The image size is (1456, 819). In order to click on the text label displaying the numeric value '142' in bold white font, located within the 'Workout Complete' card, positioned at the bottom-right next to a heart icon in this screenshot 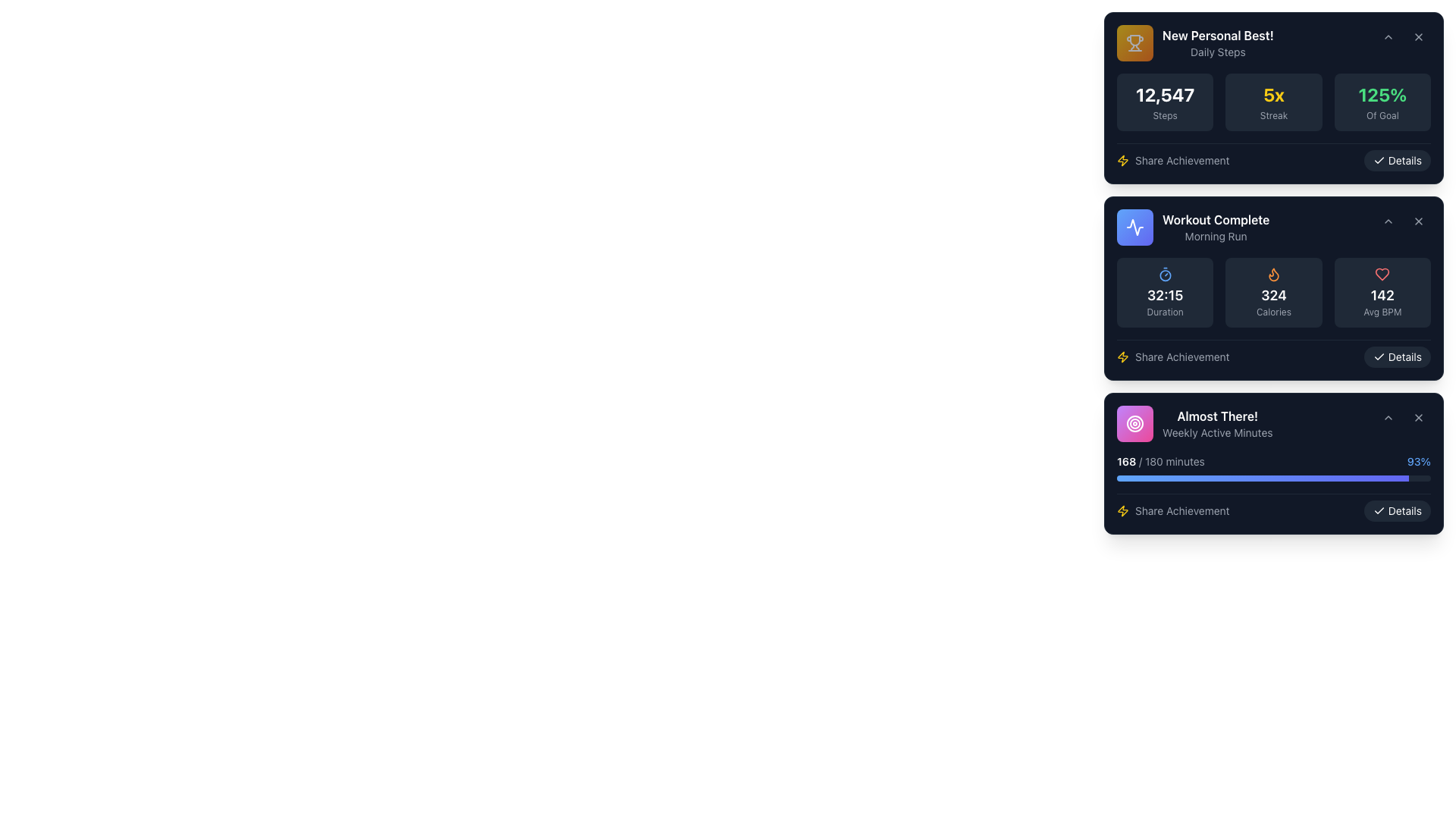, I will do `click(1382, 295)`.